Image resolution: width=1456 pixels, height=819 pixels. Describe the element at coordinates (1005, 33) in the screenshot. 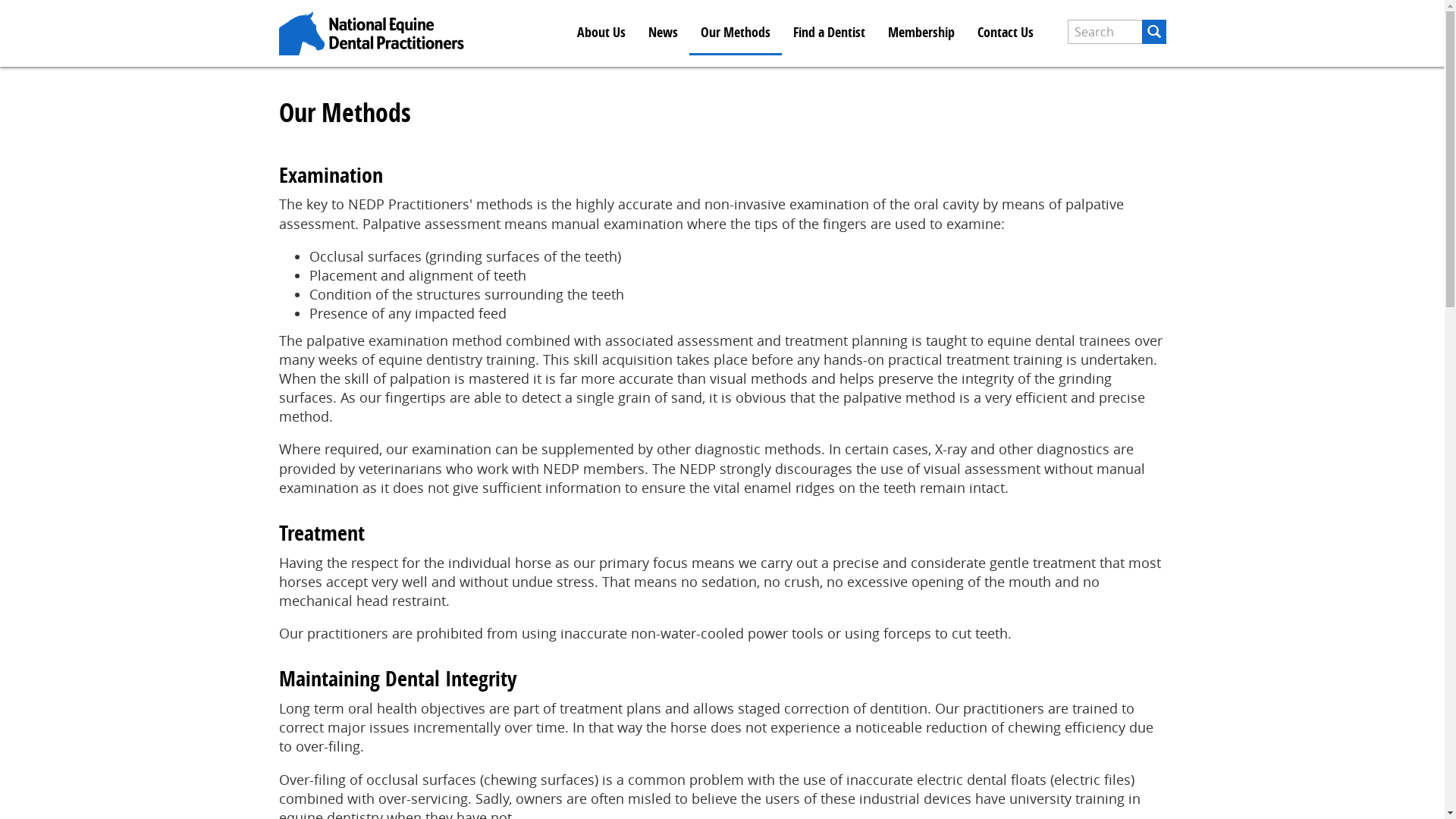

I see `'Contact Us'` at that location.